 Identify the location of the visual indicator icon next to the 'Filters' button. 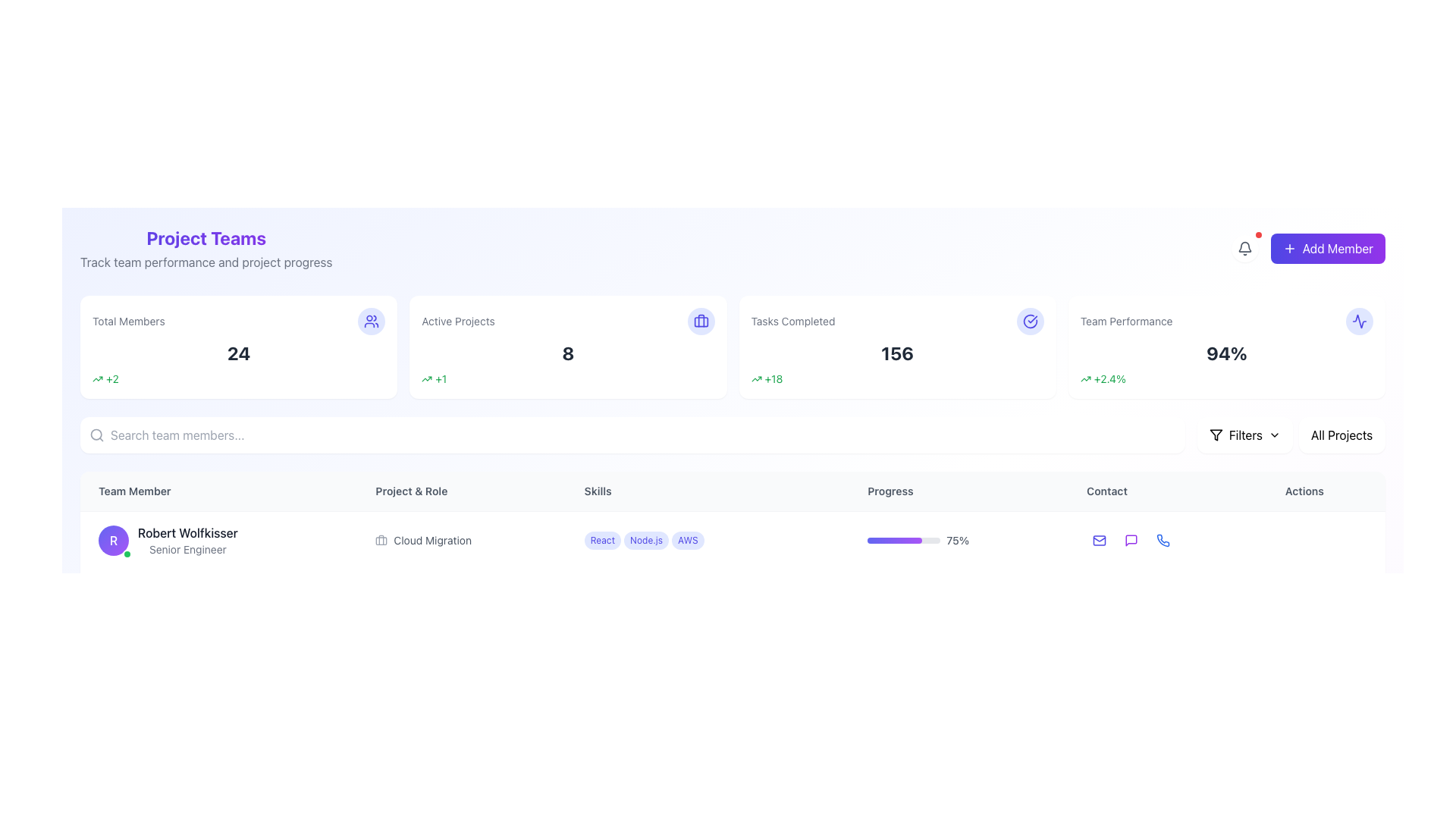
(1274, 435).